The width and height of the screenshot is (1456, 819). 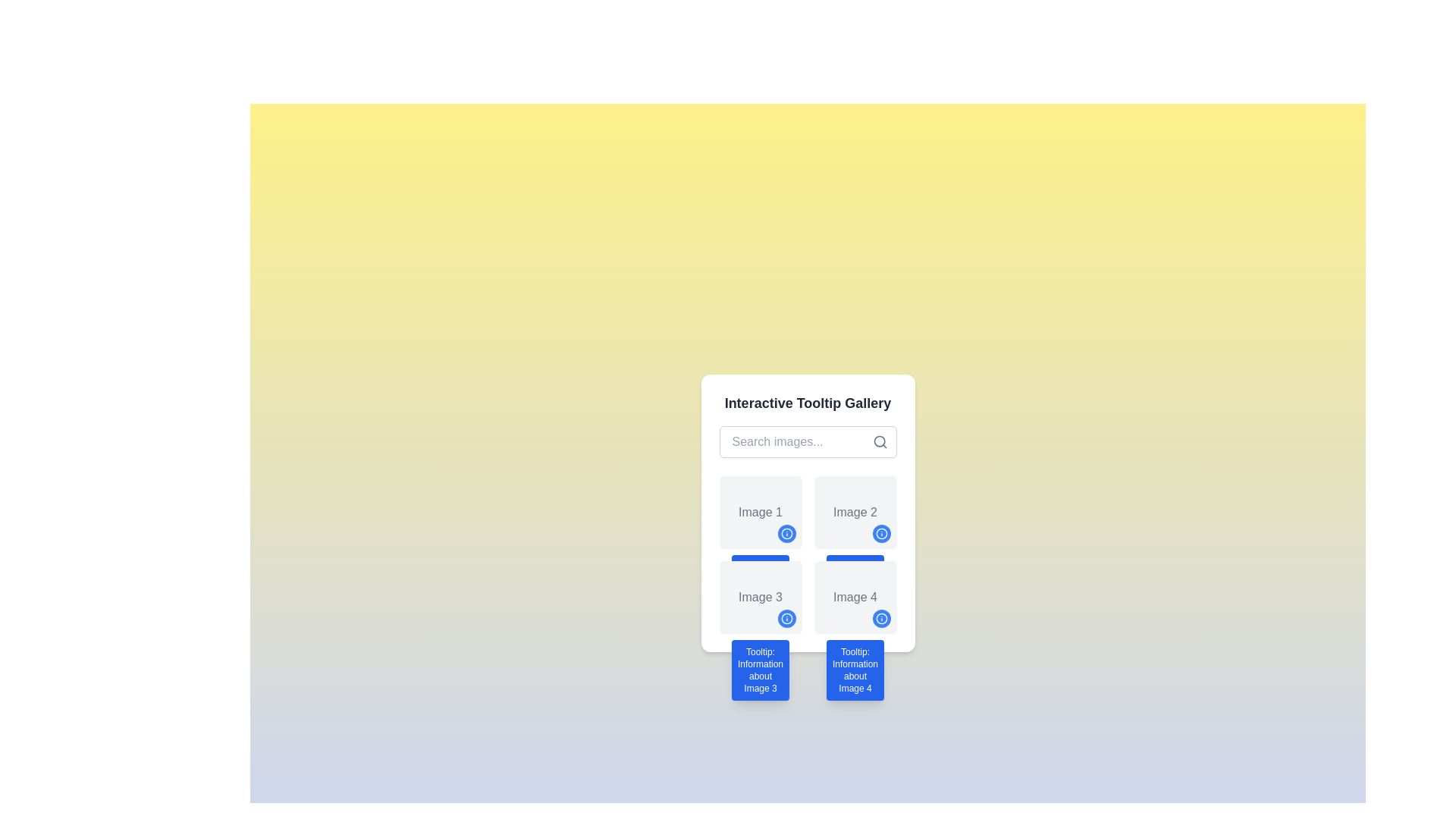 What do you see at coordinates (786, 619) in the screenshot?
I see `the round icon with a lowercase 'i' character, which has a blue background and white foreground, located in the bottom-right section of the card for 'Image 3' in the 'Interactive Tooltip Gallery'` at bounding box center [786, 619].